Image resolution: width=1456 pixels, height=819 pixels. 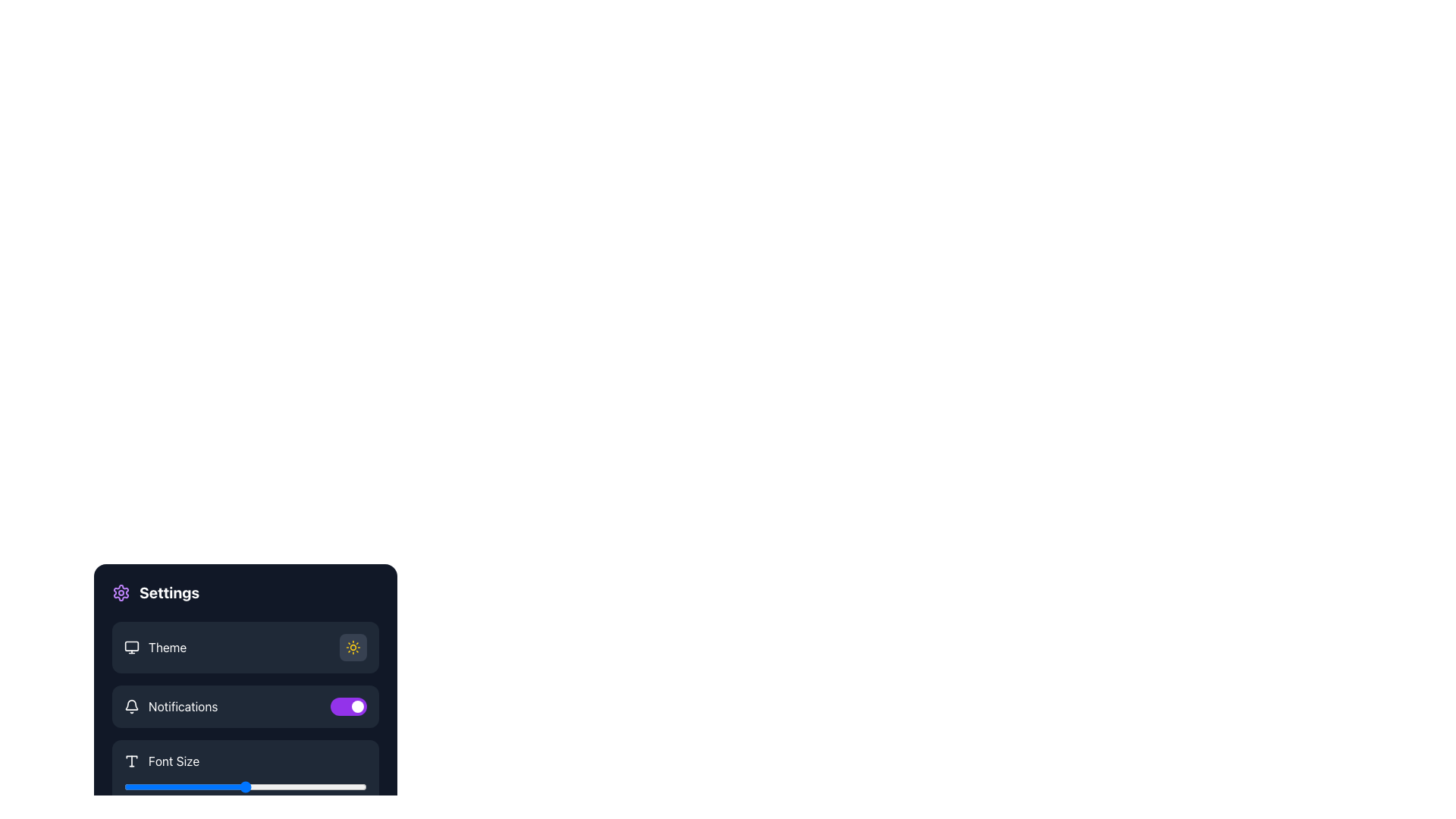 I want to click on the settings icon located on the far left of the header section, adjacent to the 'Settings' label, so click(x=120, y=592).